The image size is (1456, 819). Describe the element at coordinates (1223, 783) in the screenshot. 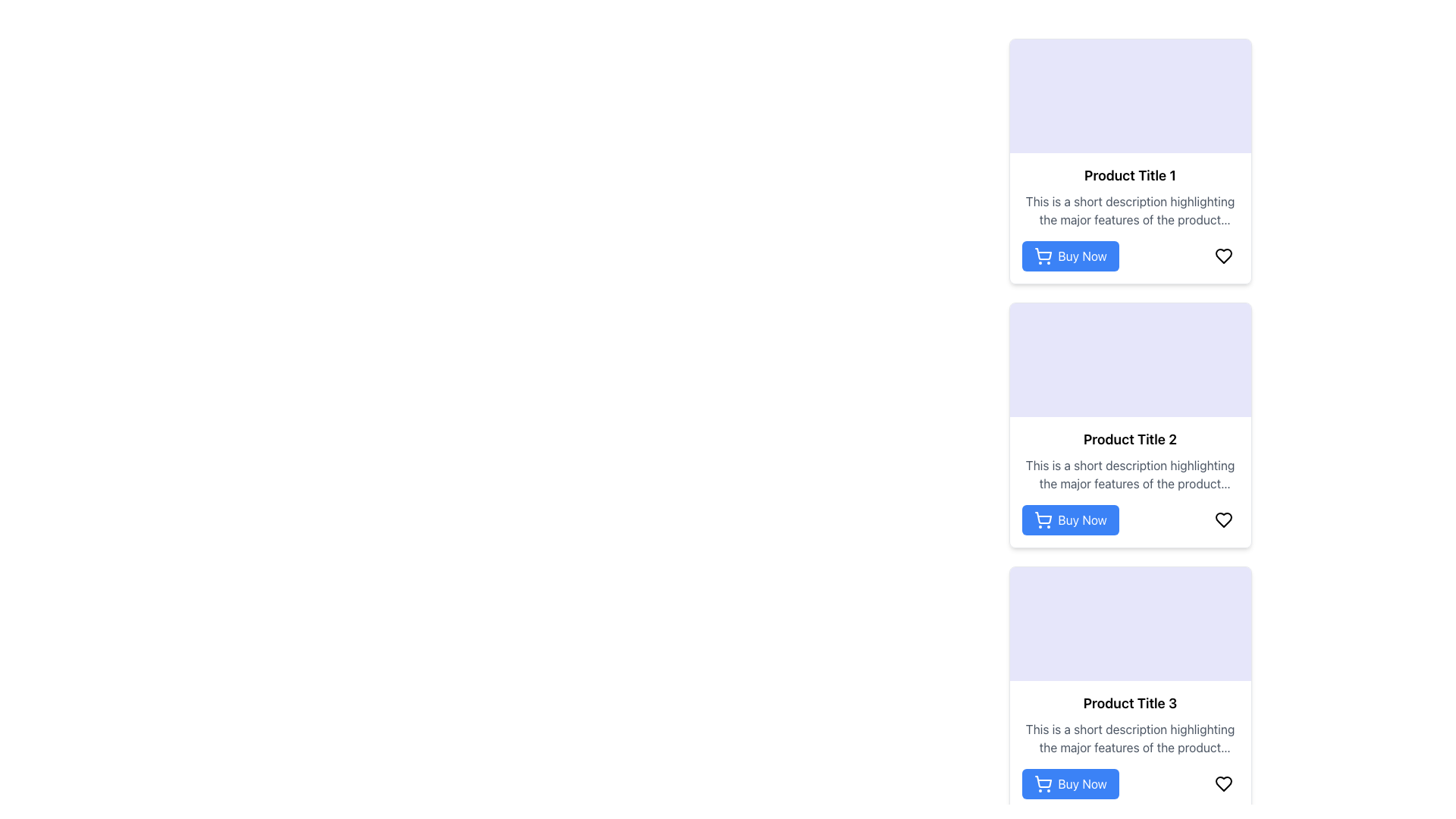

I see `the heart icon in the 'Buy Now' section of the third product card to like or favorite the item` at that location.